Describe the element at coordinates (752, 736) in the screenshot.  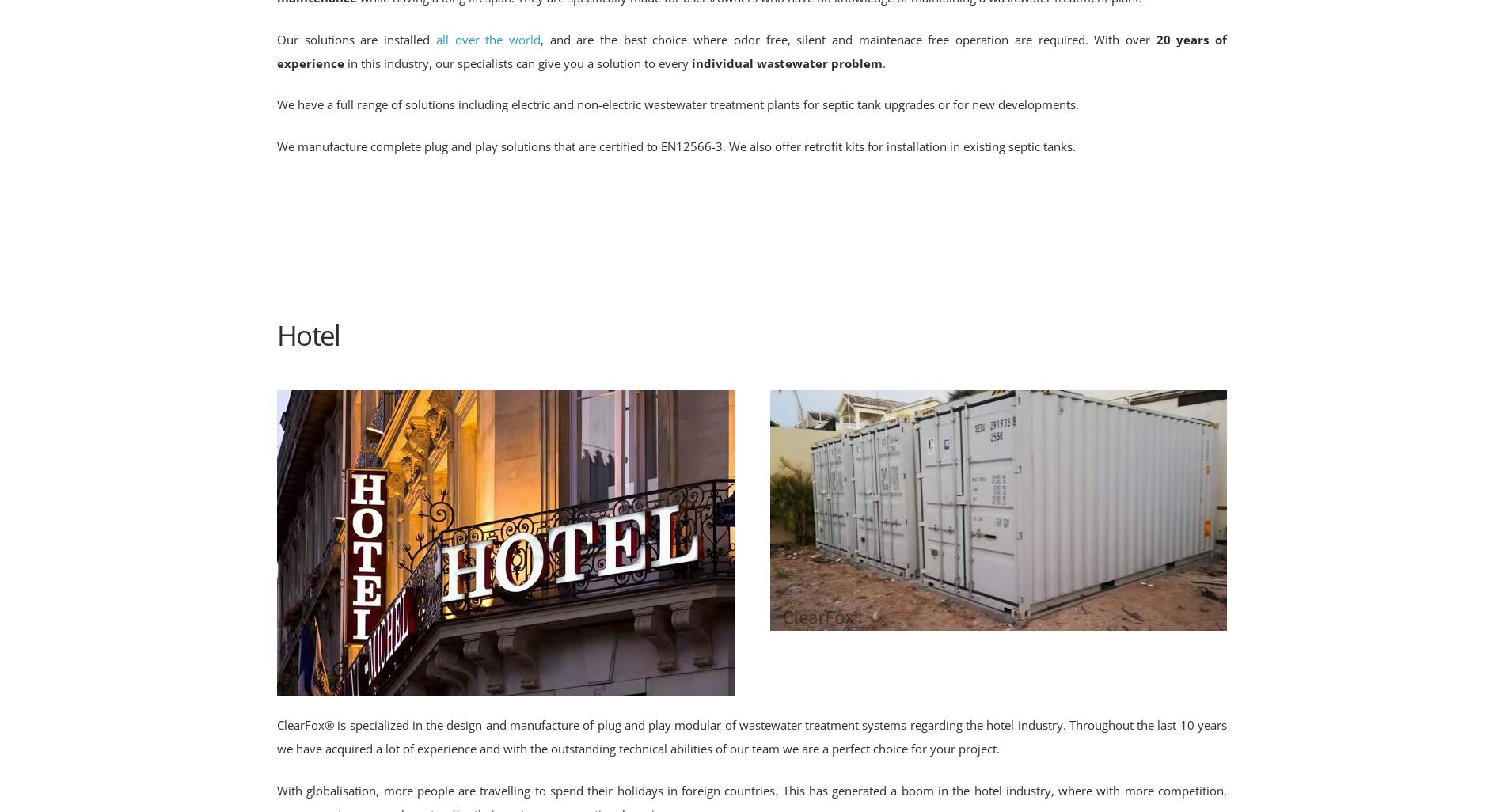
I see `'ClearFox® is specialized in the design and manufacture of plug and play modular of wastewater treatment systems regarding the hotel industry. Throughout the last 10 years we have acquired a lot of experience and with the outstanding technical abilities of our team we are a perfect choice for your project.'` at that location.